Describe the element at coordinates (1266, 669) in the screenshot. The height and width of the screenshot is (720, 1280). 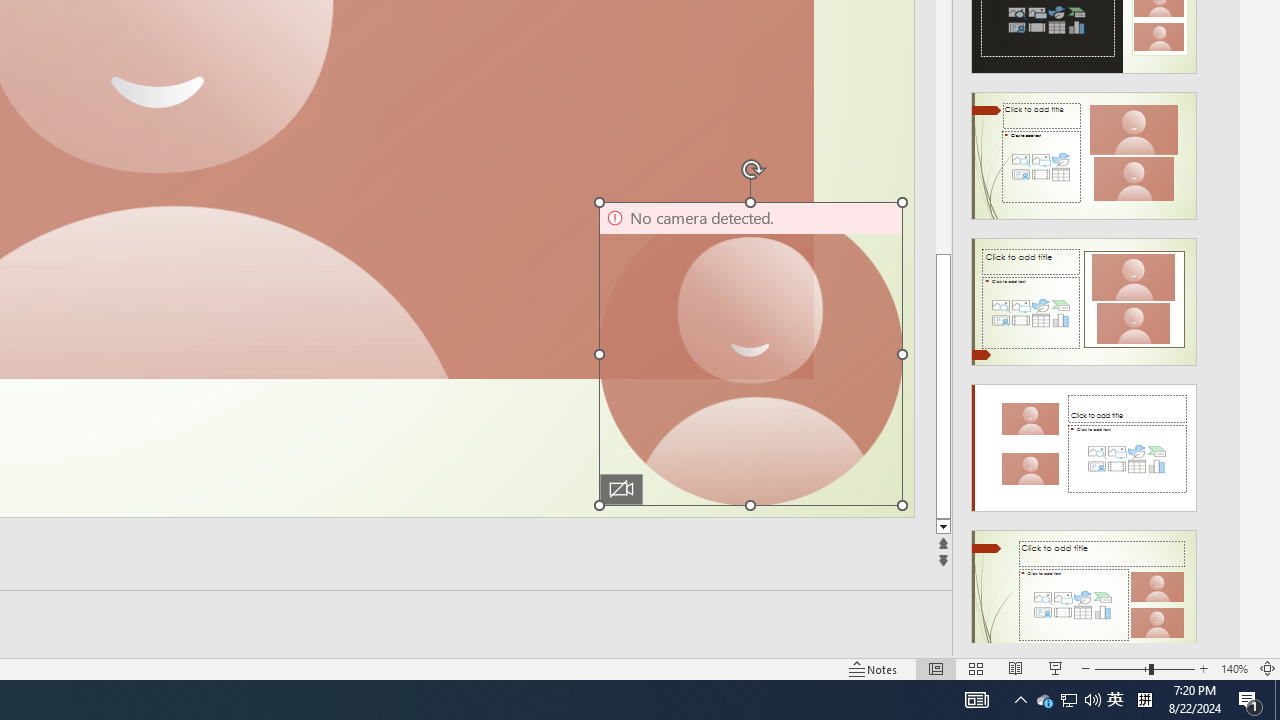
I see `'Zoom to Fit '` at that location.